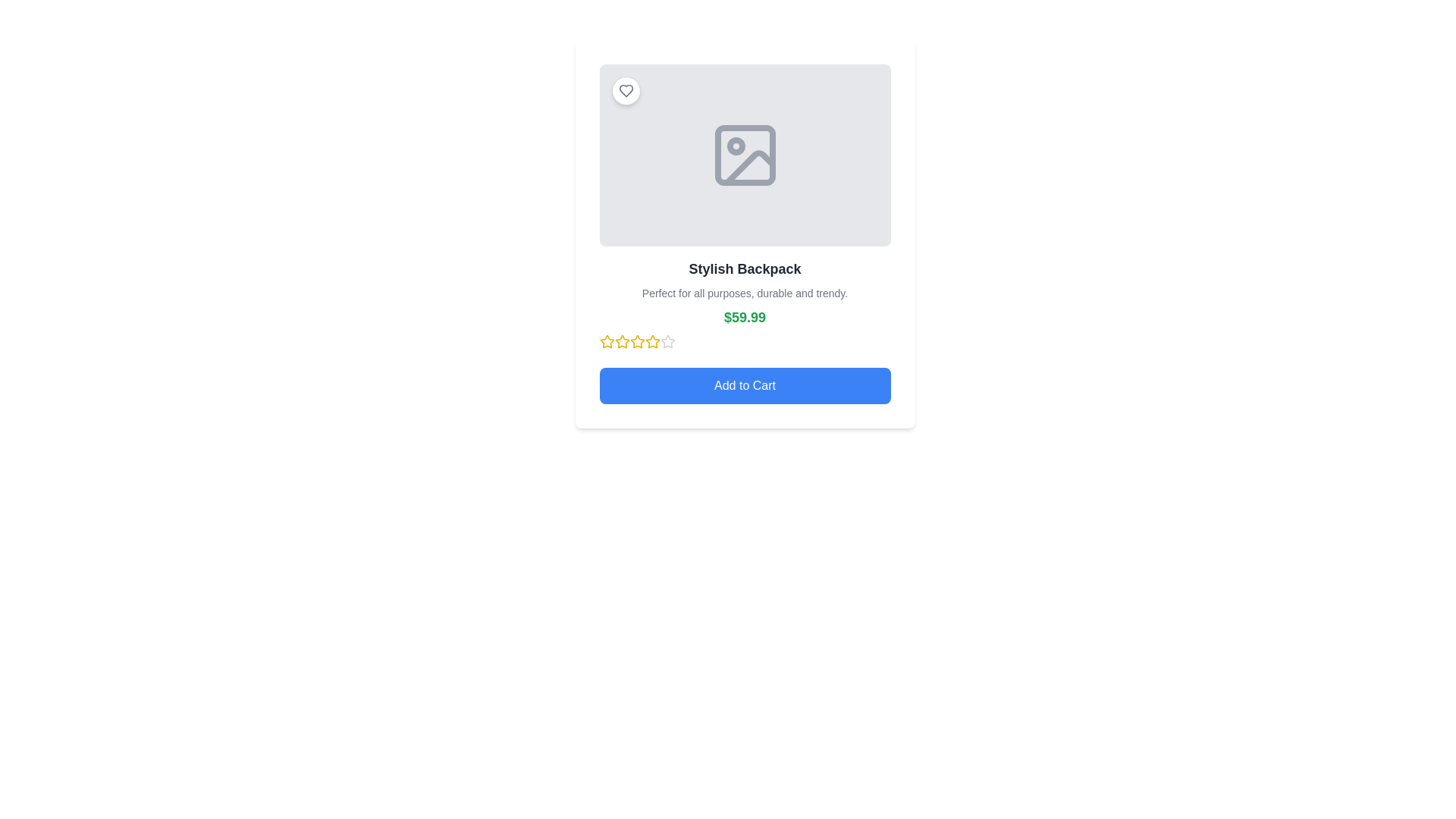 The width and height of the screenshot is (1456, 819). What do you see at coordinates (736, 146) in the screenshot?
I see `the non-interactive decorative dot or marker within the image placeholder icon above the title 'Stylish Backpack'` at bounding box center [736, 146].